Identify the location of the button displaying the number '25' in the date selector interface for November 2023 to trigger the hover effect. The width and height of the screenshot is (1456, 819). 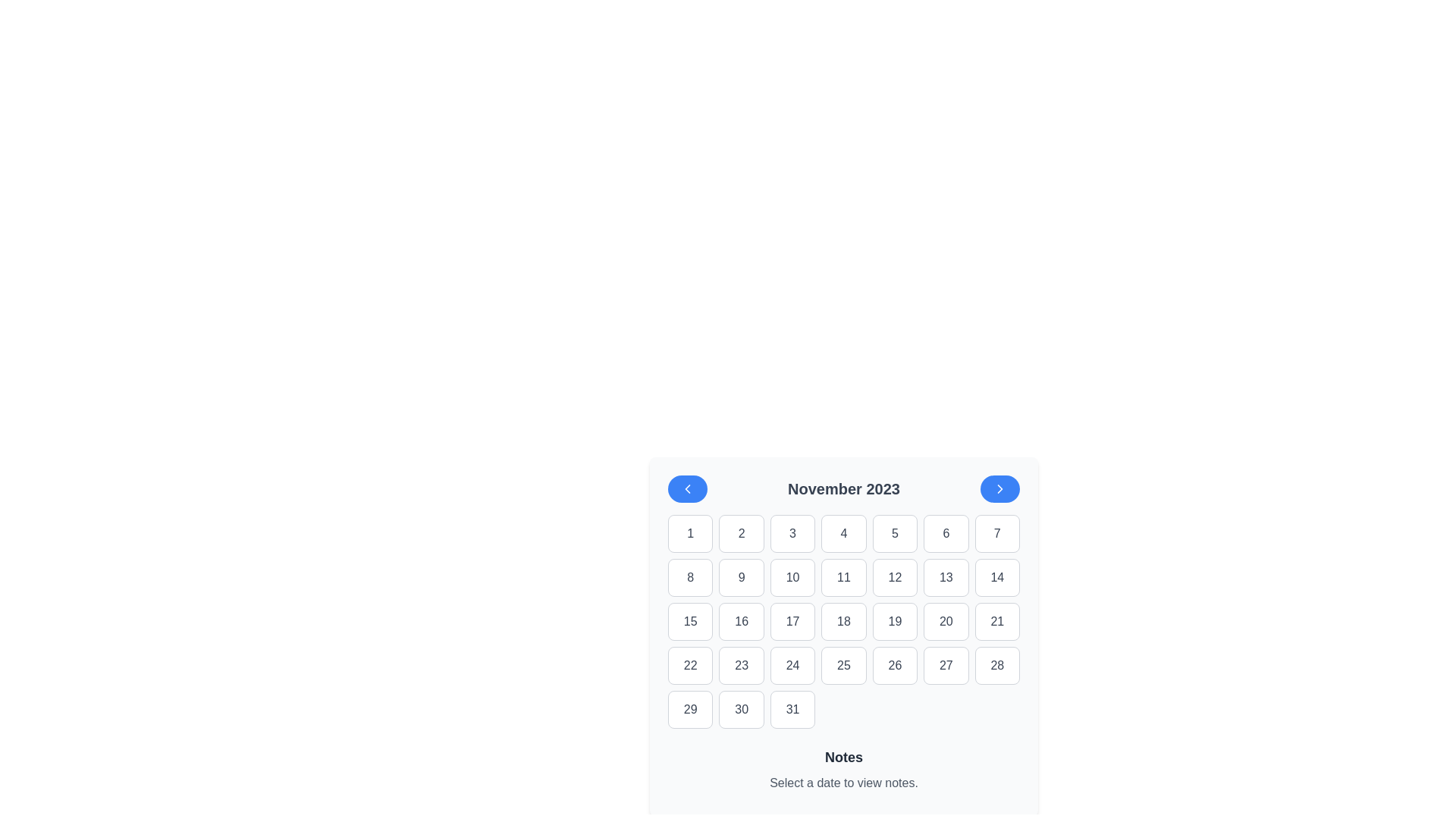
(843, 665).